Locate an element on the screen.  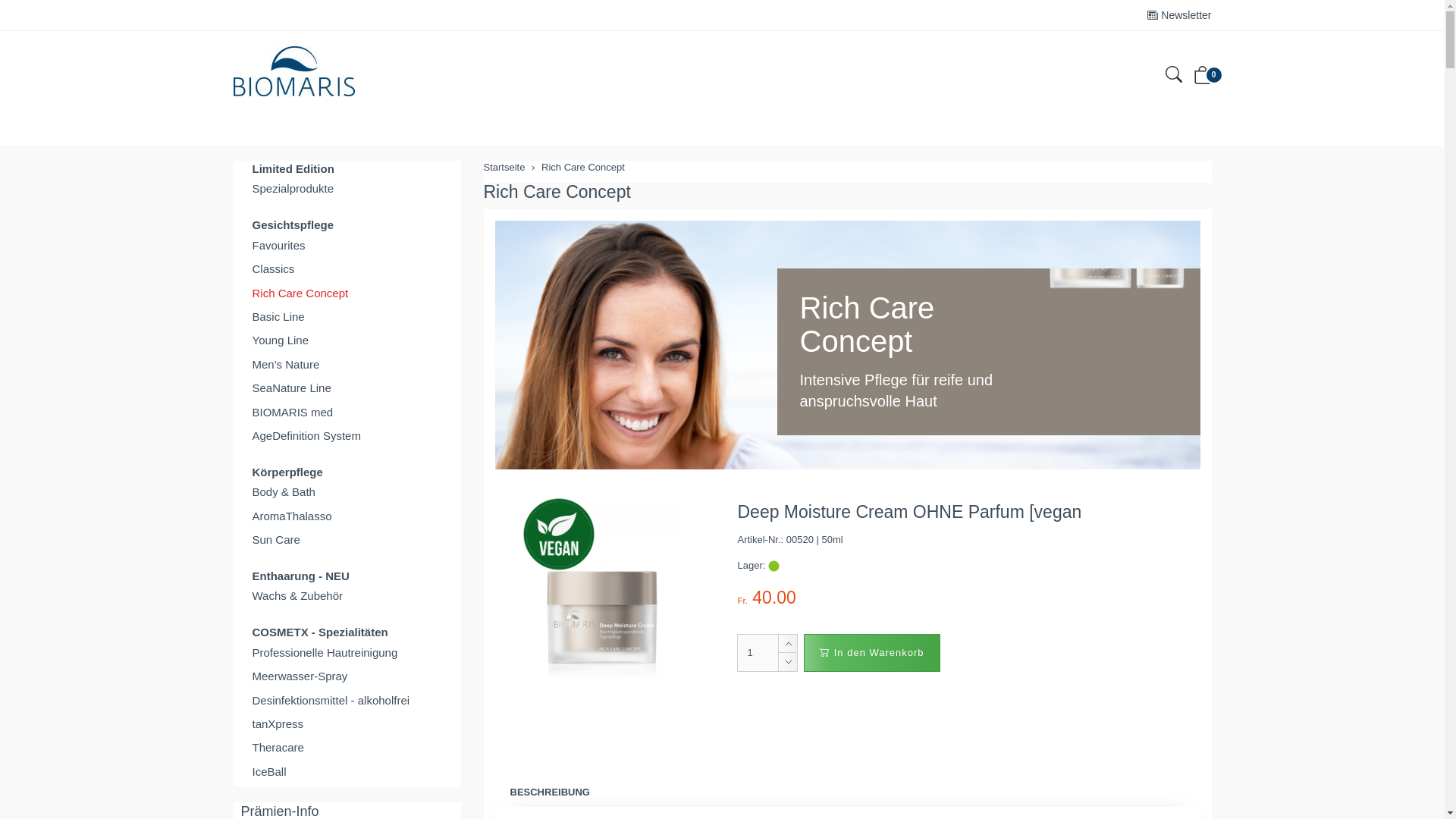
'Young Line' is located at coordinates (346, 339).